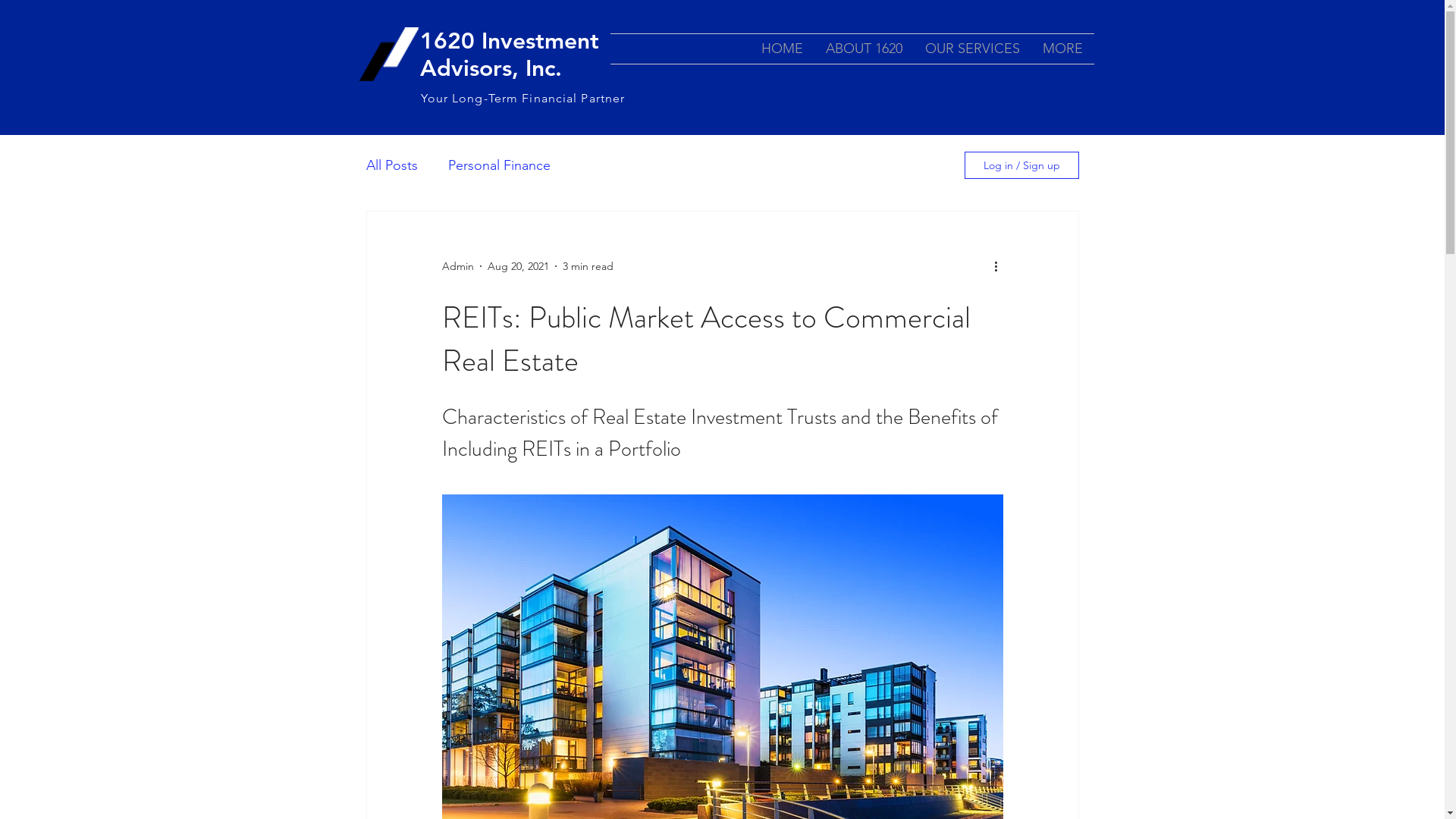  I want to click on 'Log in / Sign up', so click(1021, 165).